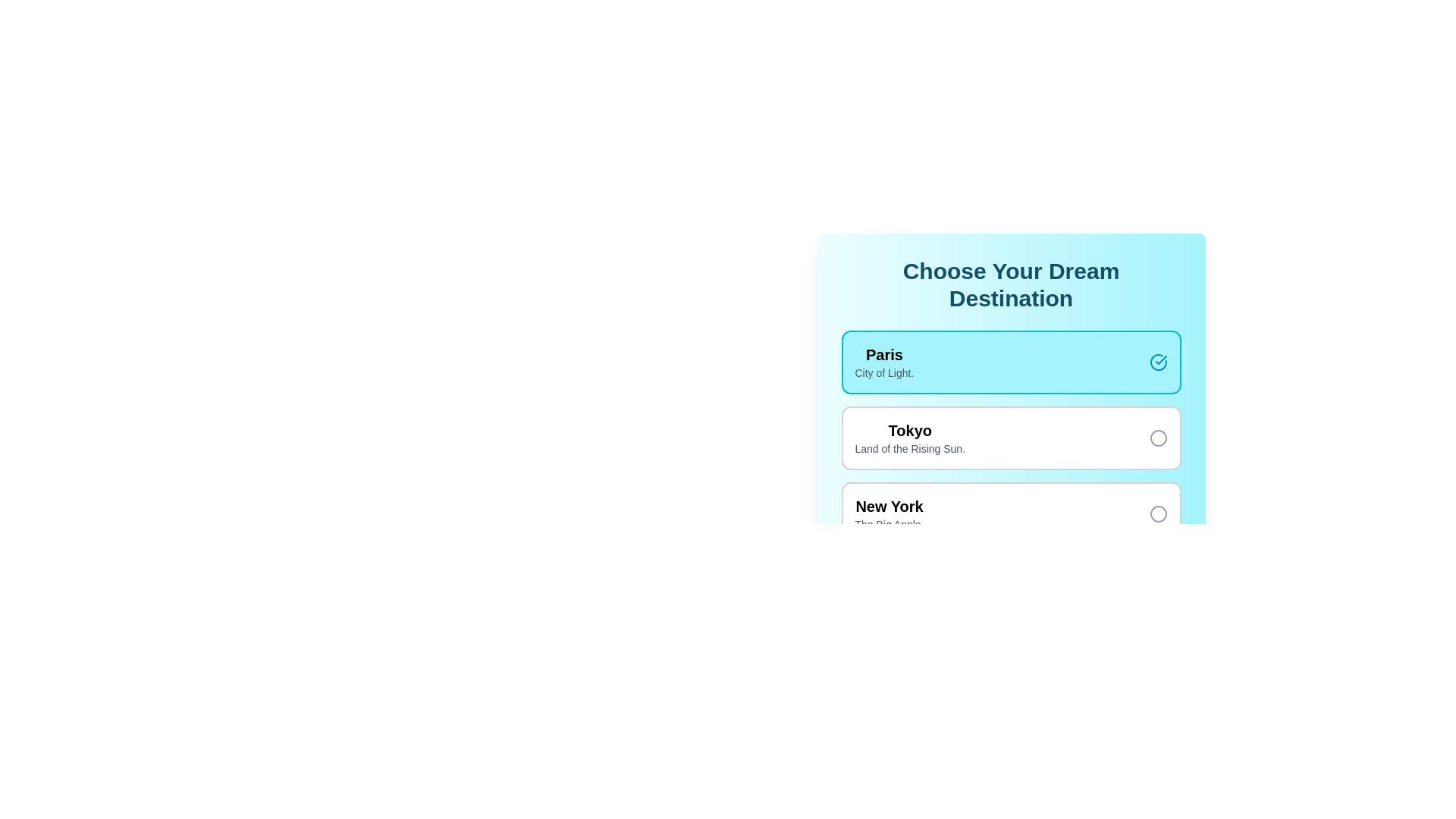 This screenshot has width=1456, height=819. I want to click on the header text labeled 'New York', which is styled in bold and larger than its sibling elements, located towards the bottom of the main content area, so click(890, 506).